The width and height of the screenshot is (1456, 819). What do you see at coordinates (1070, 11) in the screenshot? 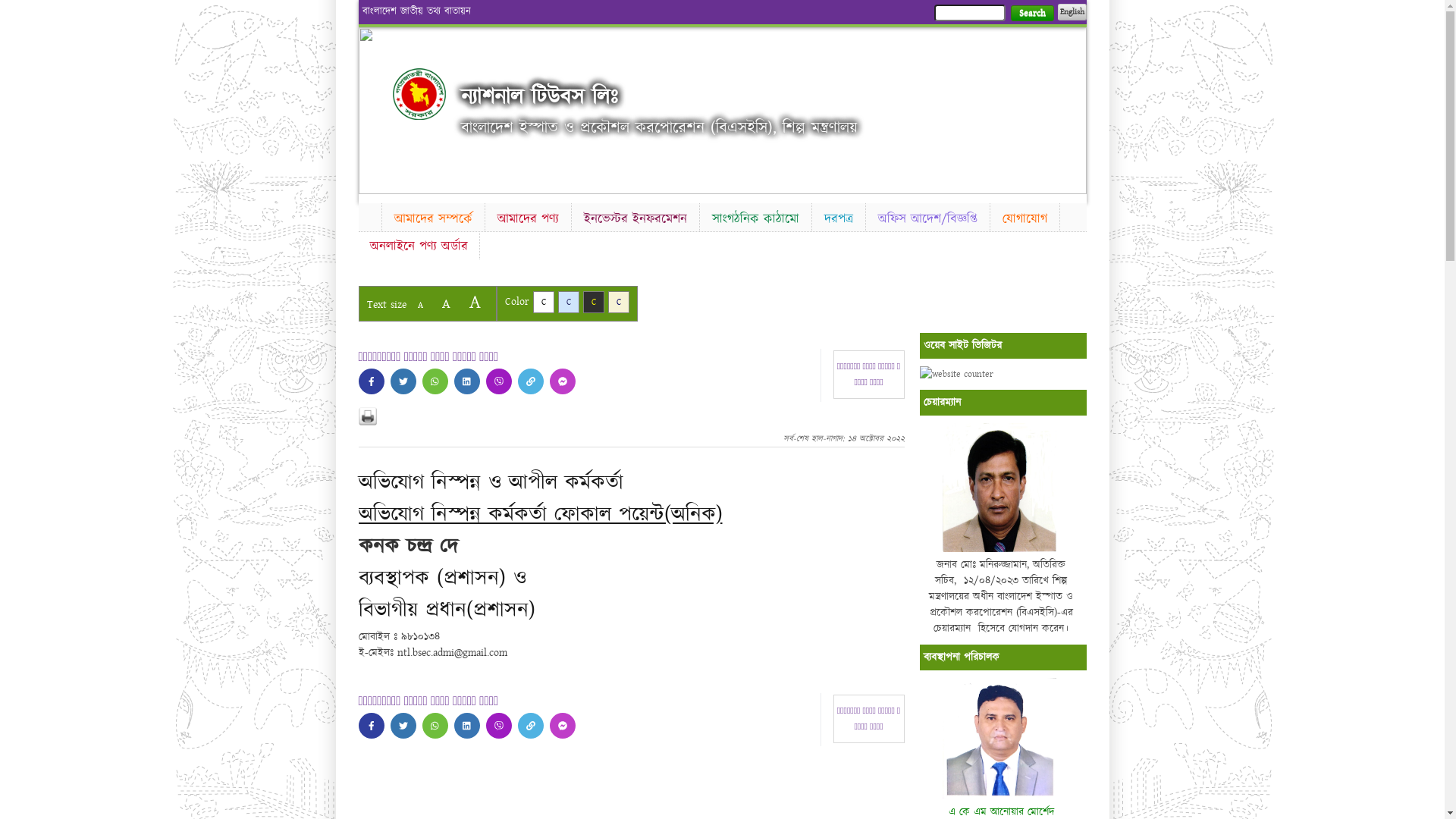
I see `'English'` at bounding box center [1070, 11].